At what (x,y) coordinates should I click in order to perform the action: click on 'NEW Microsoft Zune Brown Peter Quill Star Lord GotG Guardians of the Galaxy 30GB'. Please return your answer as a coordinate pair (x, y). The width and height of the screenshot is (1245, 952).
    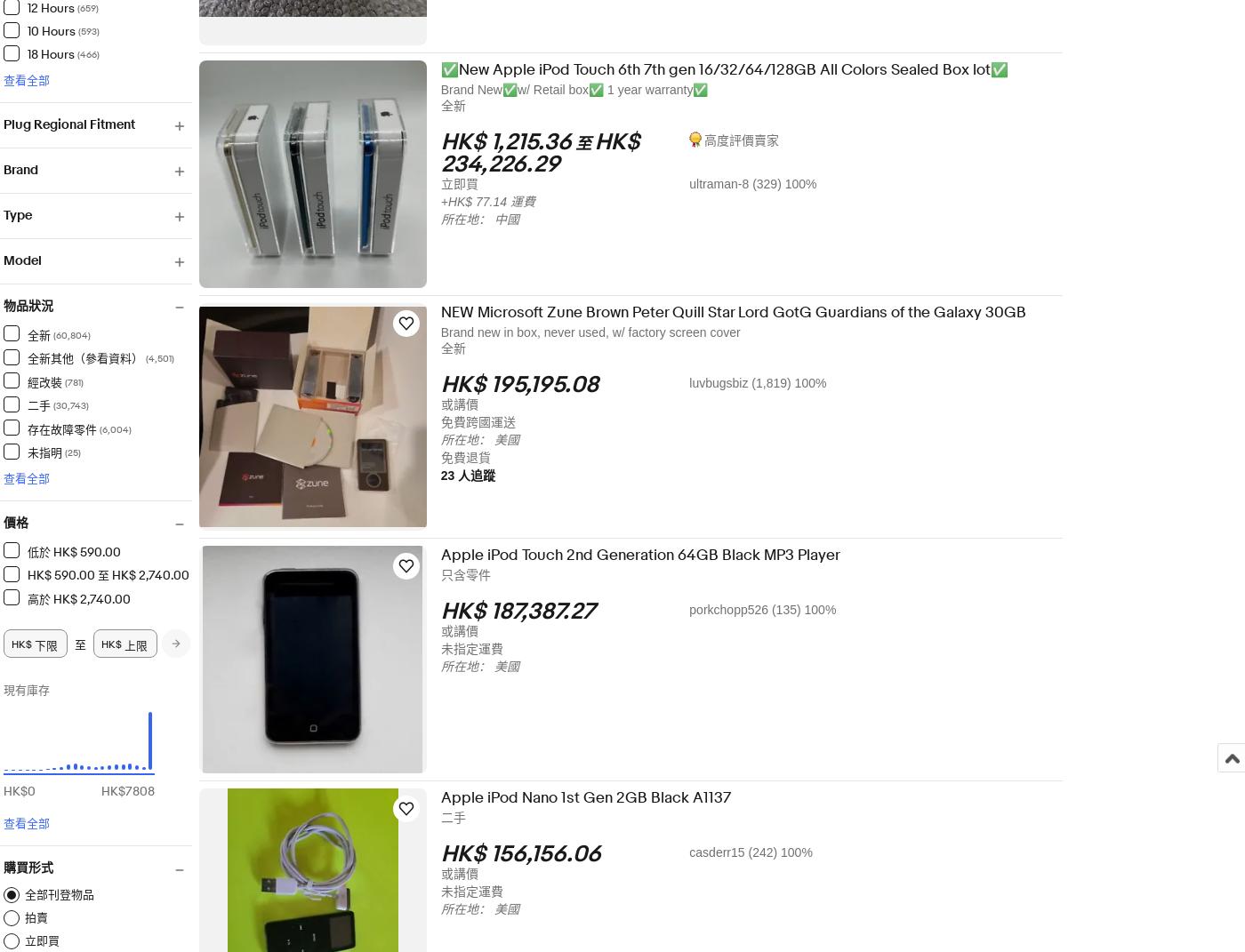
    Looking at the image, I should click on (745, 311).